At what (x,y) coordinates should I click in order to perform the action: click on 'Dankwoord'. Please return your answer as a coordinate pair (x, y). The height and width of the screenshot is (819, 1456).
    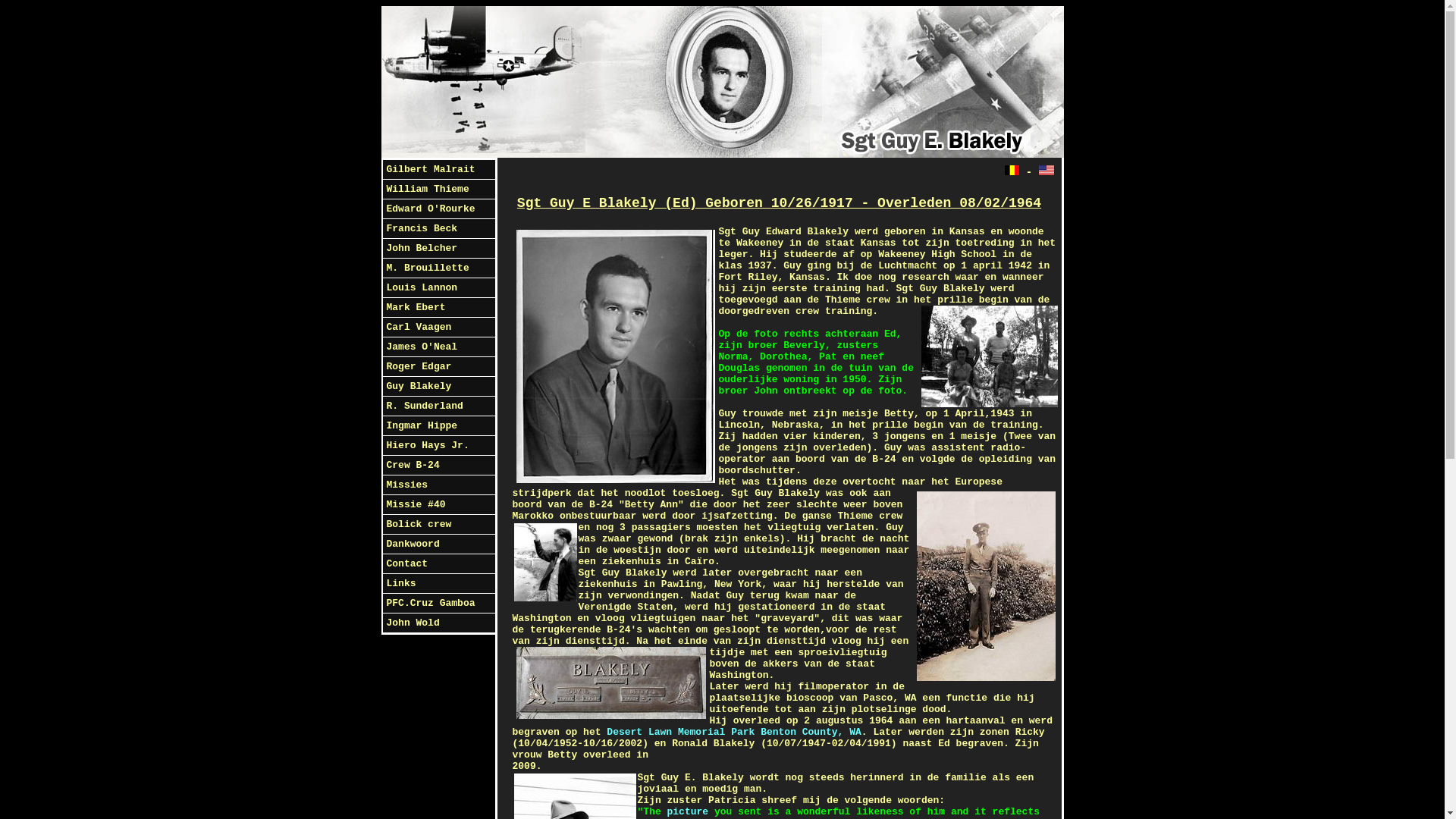
    Looking at the image, I should click on (437, 543).